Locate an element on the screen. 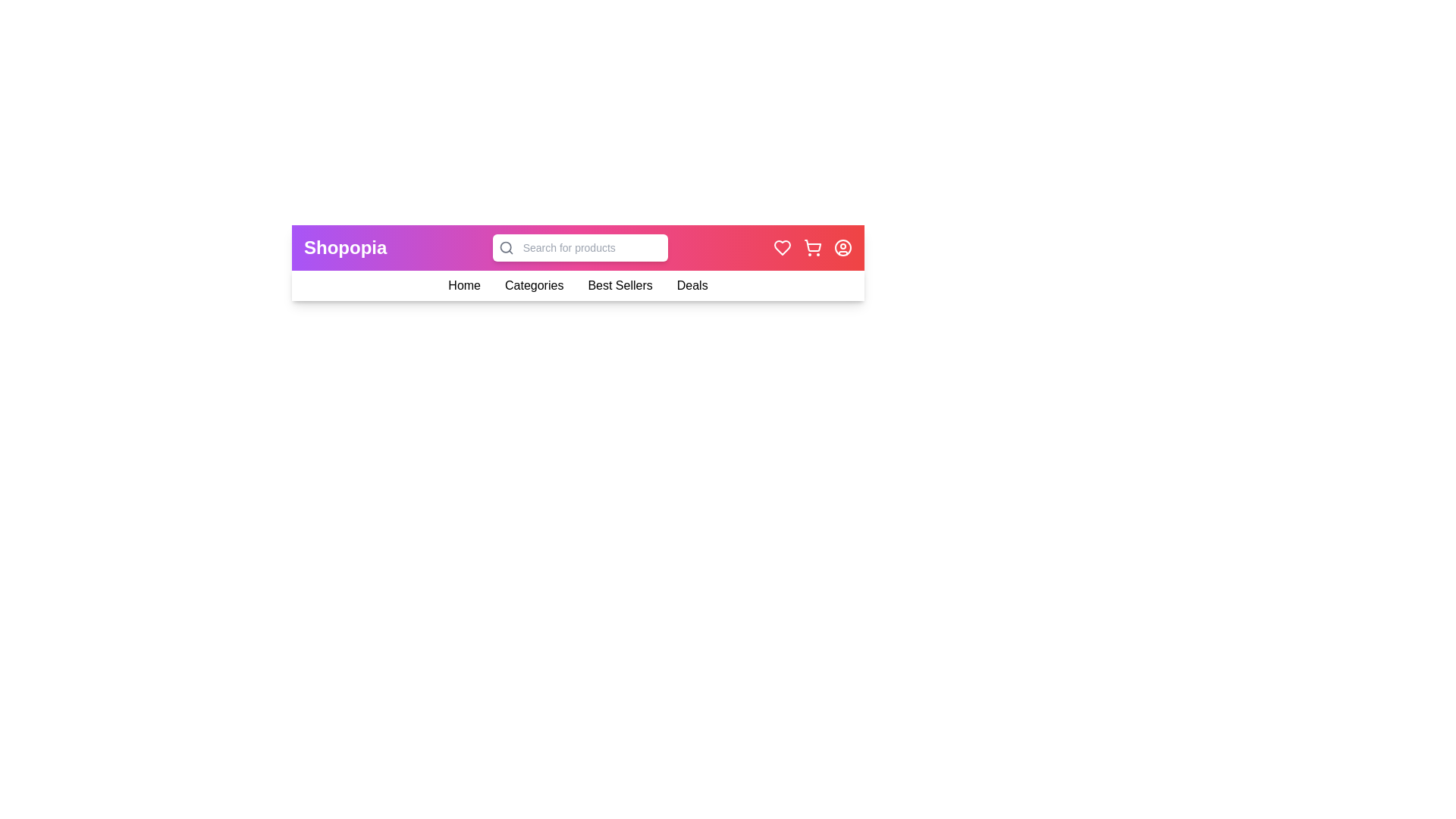 This screenshot has height=819, width=1456. the Shopopia logo to simulate user interaction is located at coordinates (344, 247).